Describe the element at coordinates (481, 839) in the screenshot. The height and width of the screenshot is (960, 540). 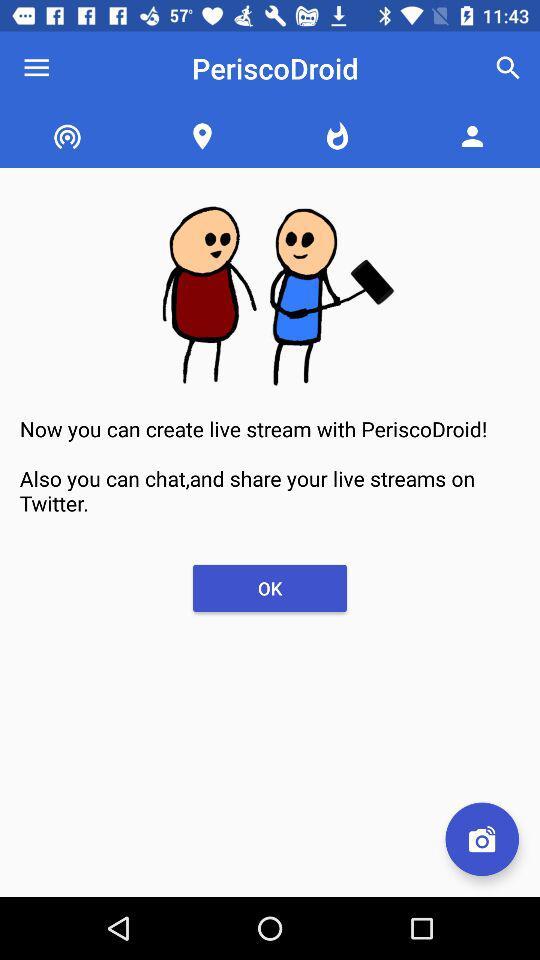
I see `take photo` at that location.